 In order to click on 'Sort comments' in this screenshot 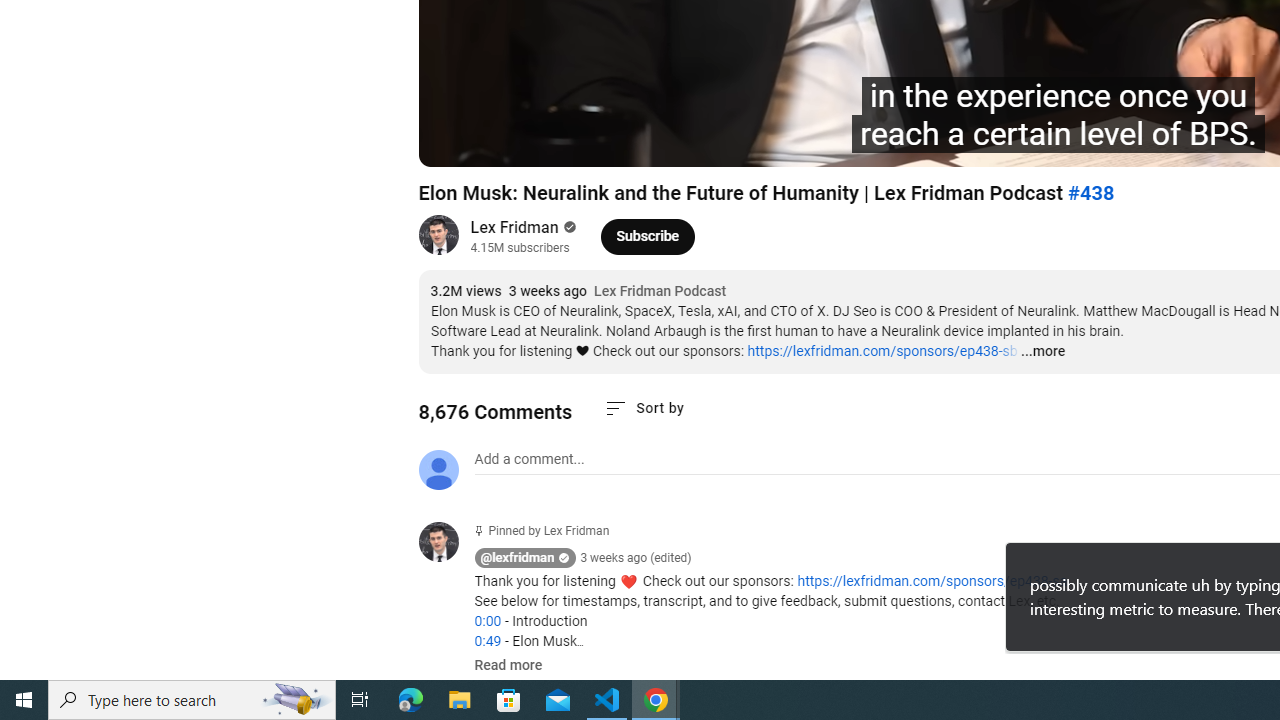, I will do `click(644, 407)`.